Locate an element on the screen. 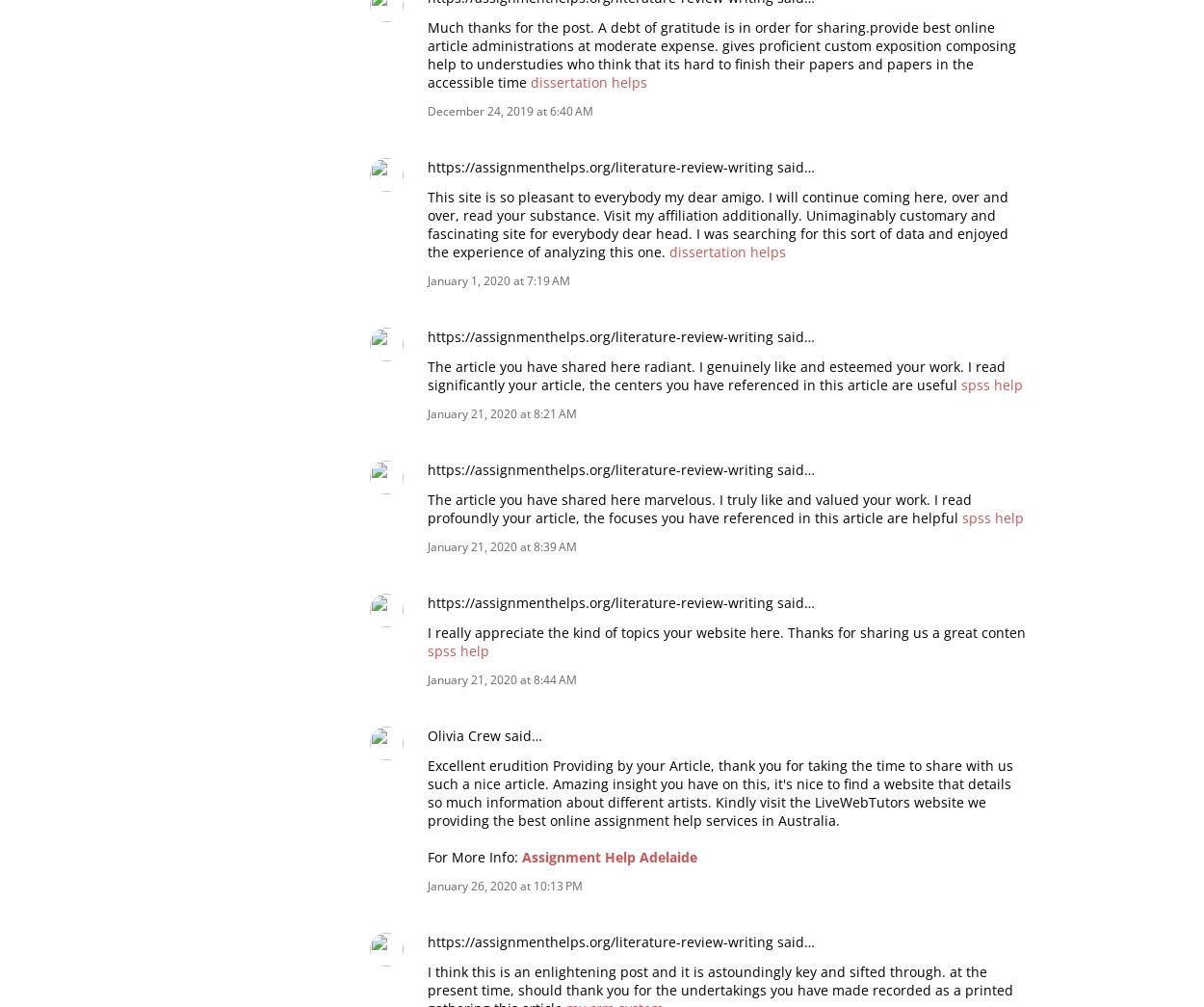 The width and height of the screenshot is (1204, 1007). 'December 24, 2019 at 6:40 AM' is located at coordinates (510, 110).